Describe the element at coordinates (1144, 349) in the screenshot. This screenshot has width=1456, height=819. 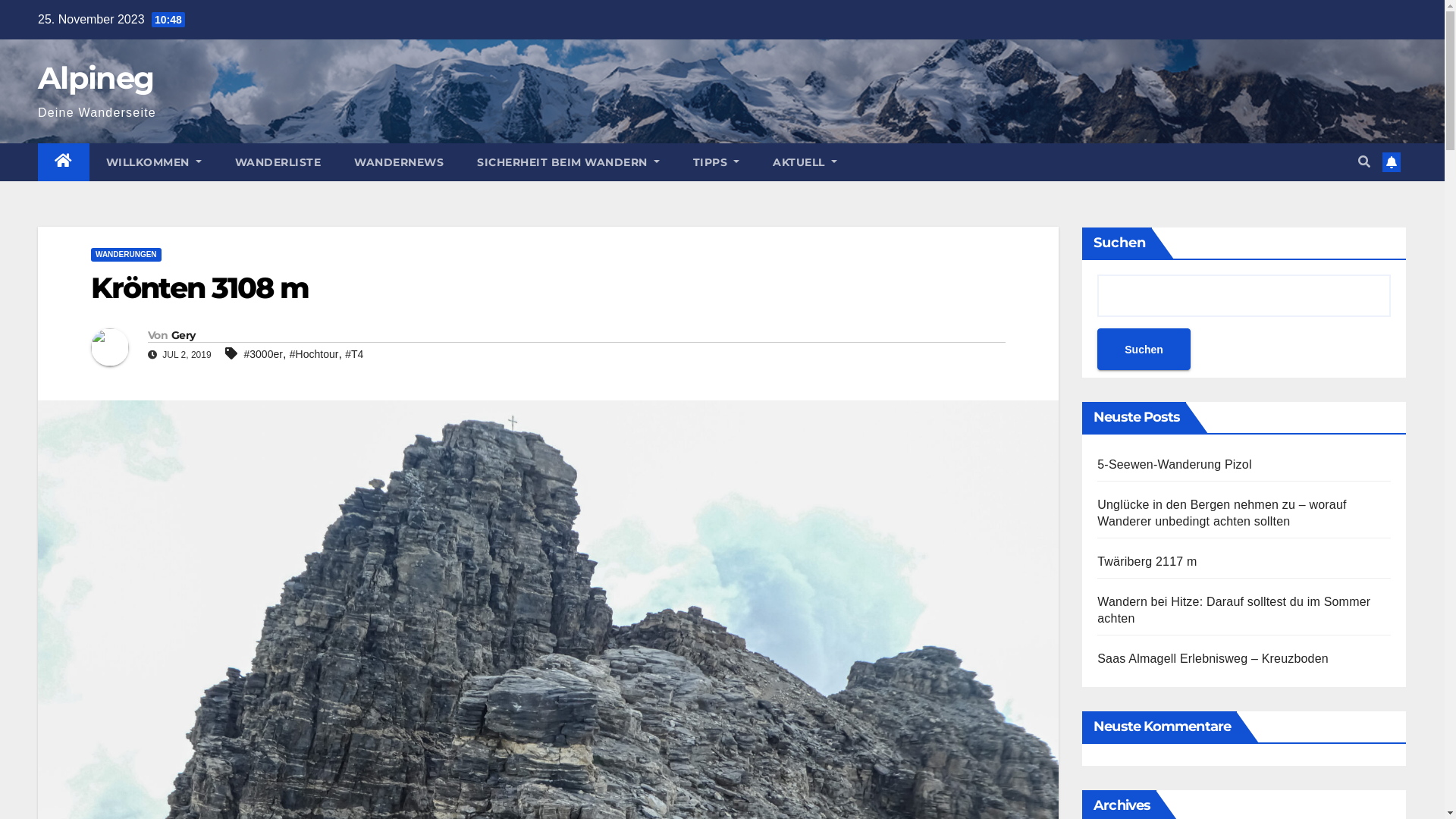
I see `'Suchen'` at that location.